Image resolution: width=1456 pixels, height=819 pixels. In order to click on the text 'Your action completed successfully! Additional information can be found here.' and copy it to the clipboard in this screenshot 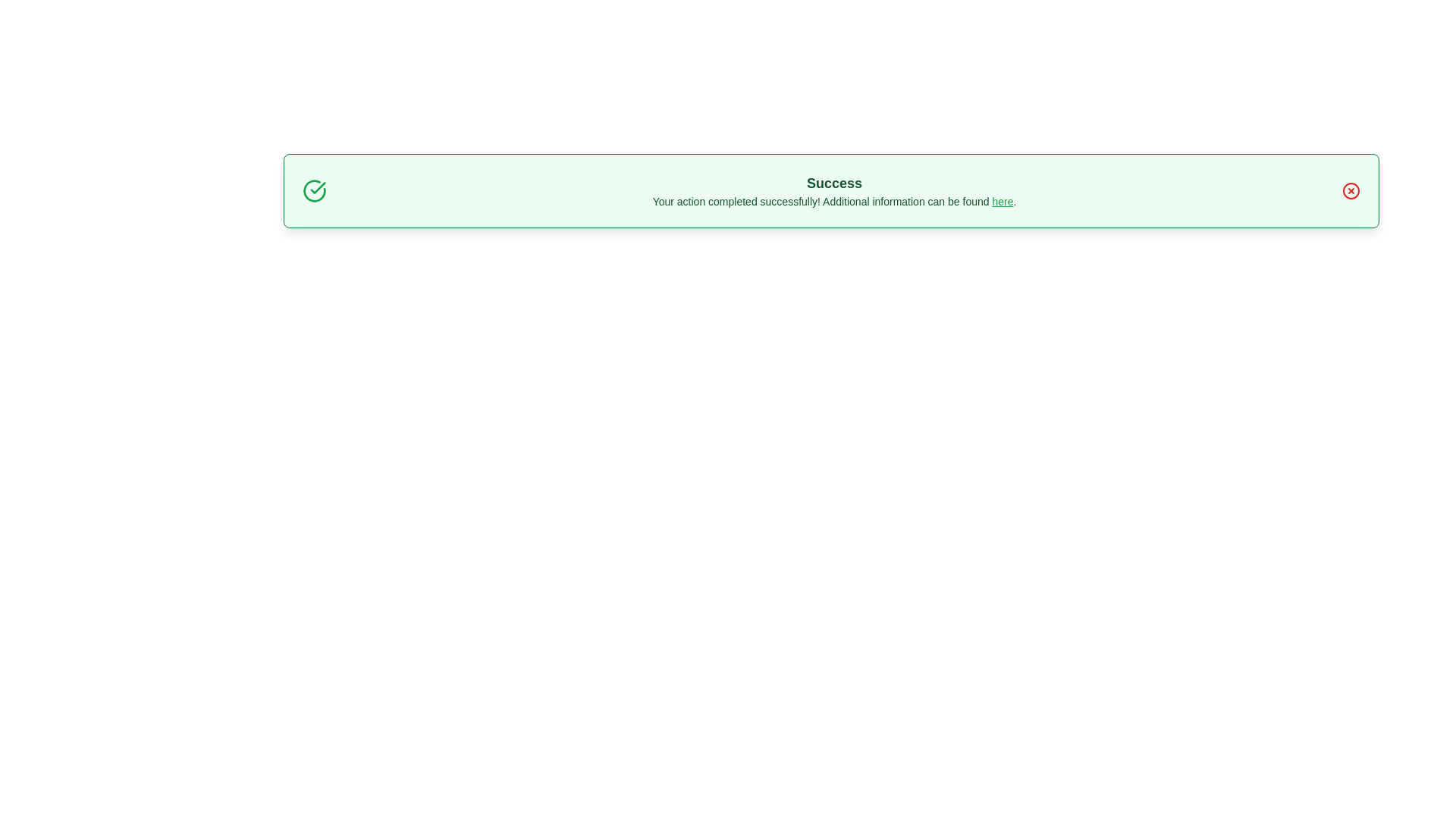, I will do `click(337, 193)`.